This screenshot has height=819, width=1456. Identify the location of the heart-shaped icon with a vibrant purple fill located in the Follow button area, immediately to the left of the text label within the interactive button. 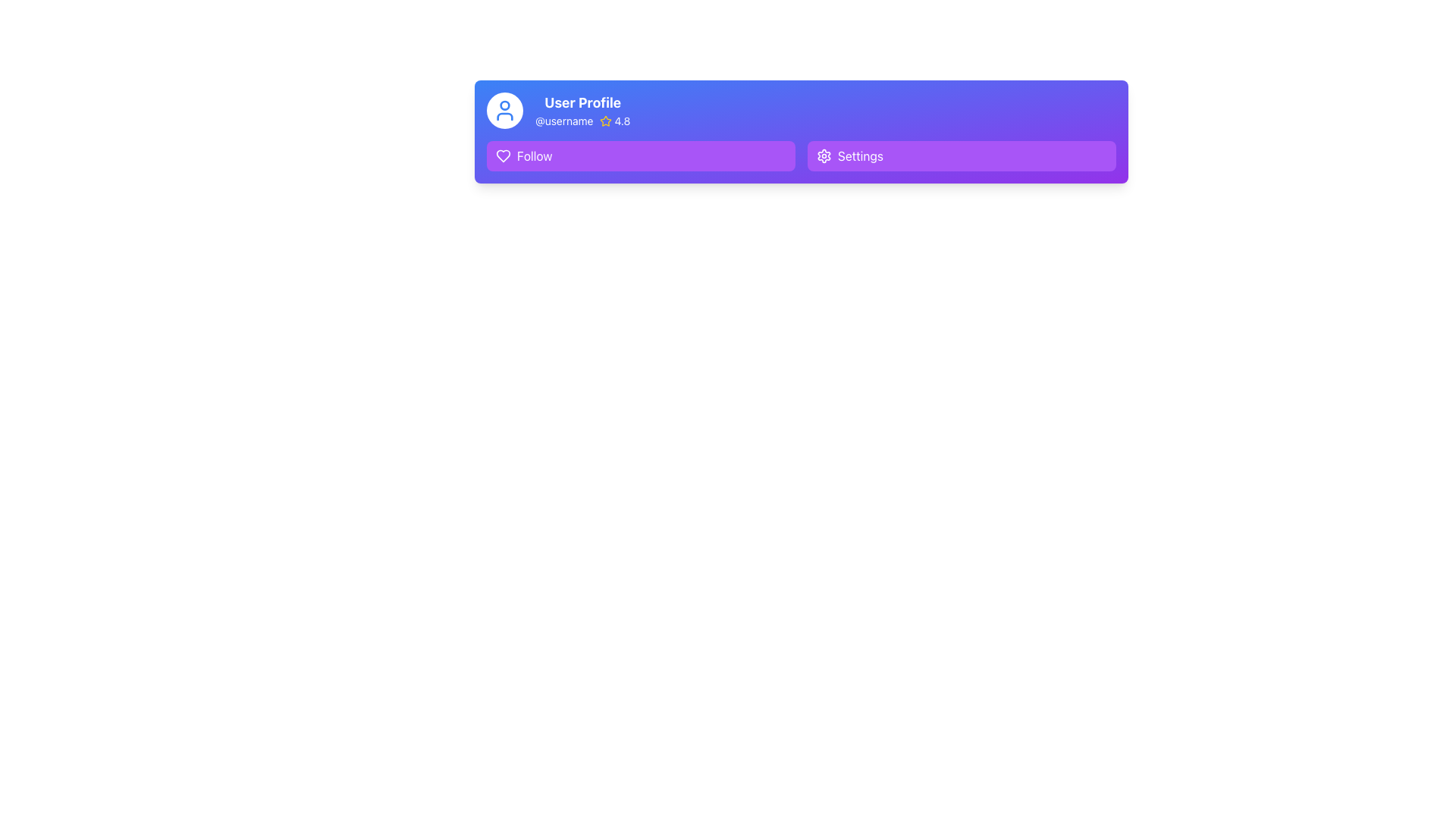
(503, 155).